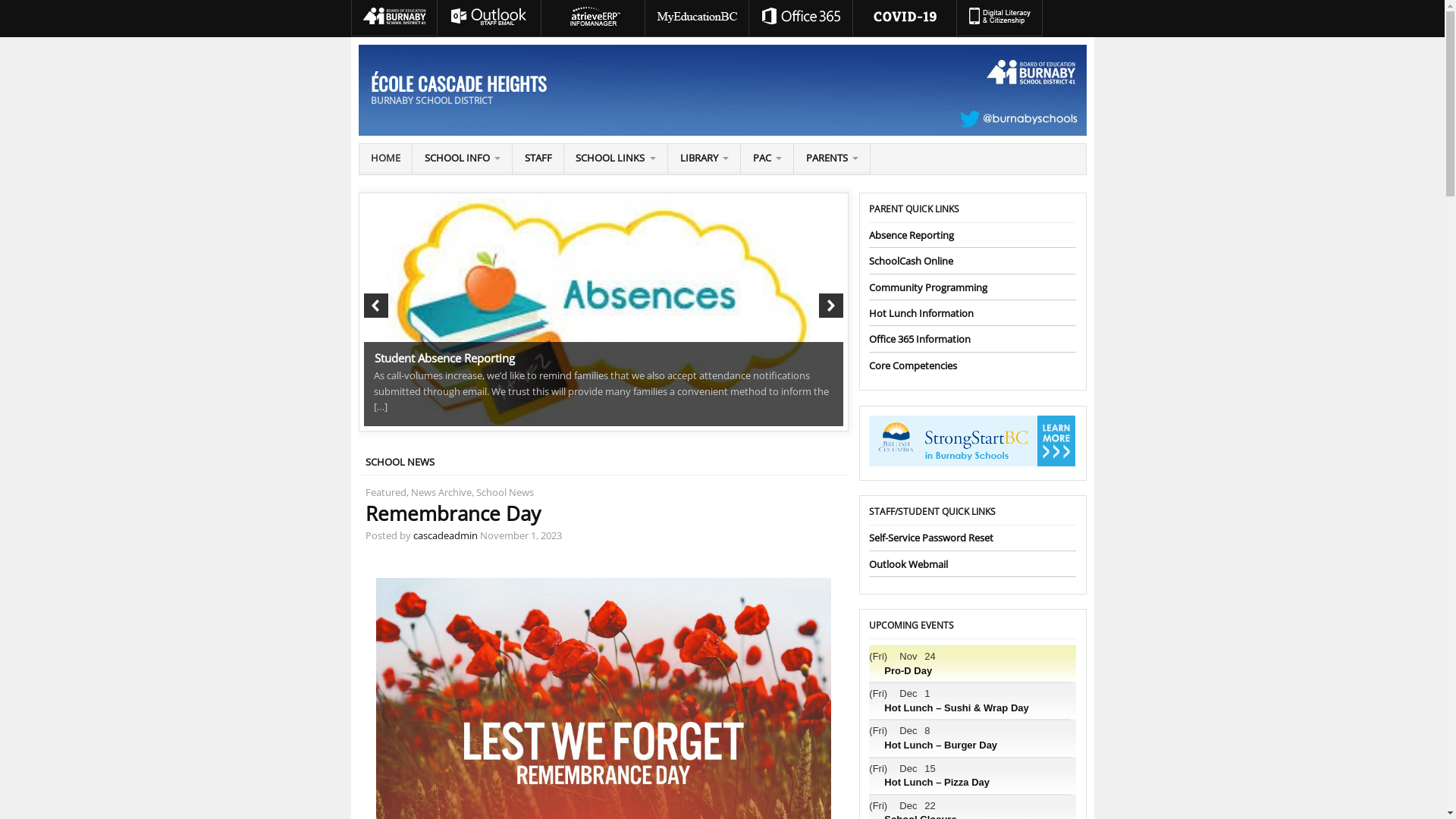 This screenshot has height=819, width=1456. Describe the element at coordinates (375, 305) in the screenshot. I see `'Previous'` at that location.